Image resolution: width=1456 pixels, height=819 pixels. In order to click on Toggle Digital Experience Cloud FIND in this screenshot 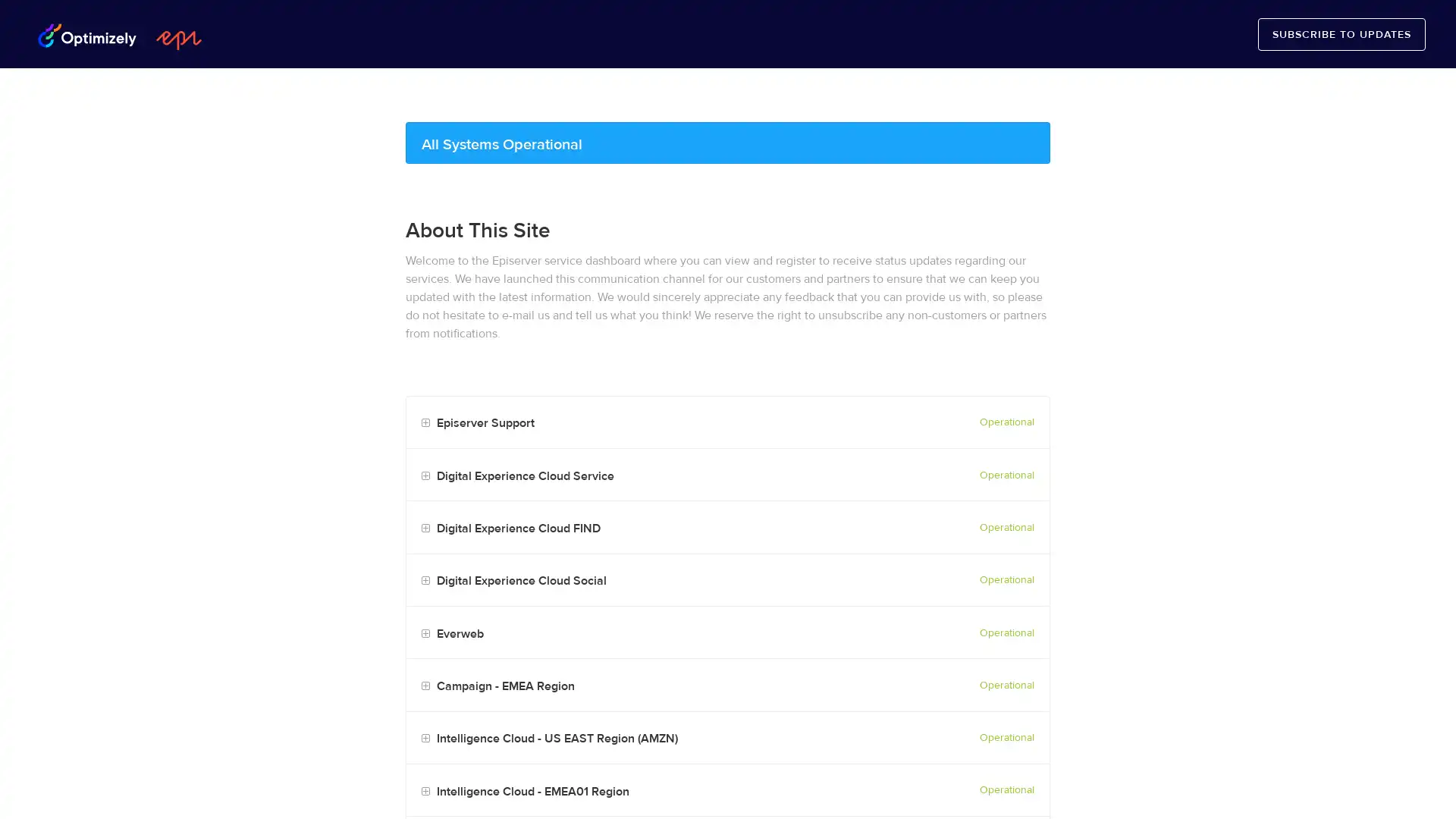, I will do `click(425, 528)`.